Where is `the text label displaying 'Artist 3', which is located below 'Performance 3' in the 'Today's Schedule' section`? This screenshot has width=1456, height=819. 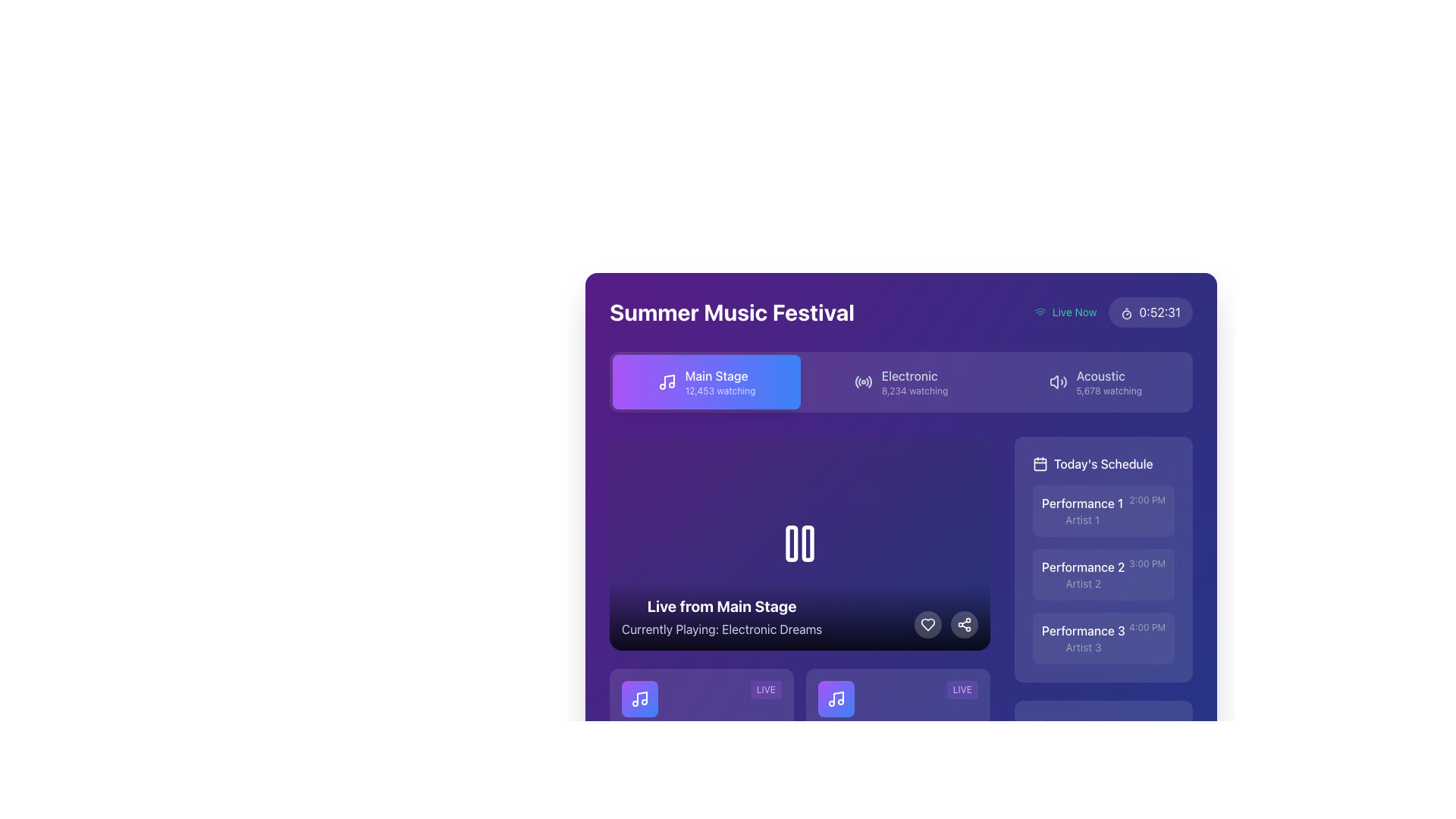 the text label displaying 'Artist 3', which is located below 'Performance 3' in the 'Today's Schedule' section is located at coordinates (1082, 647).